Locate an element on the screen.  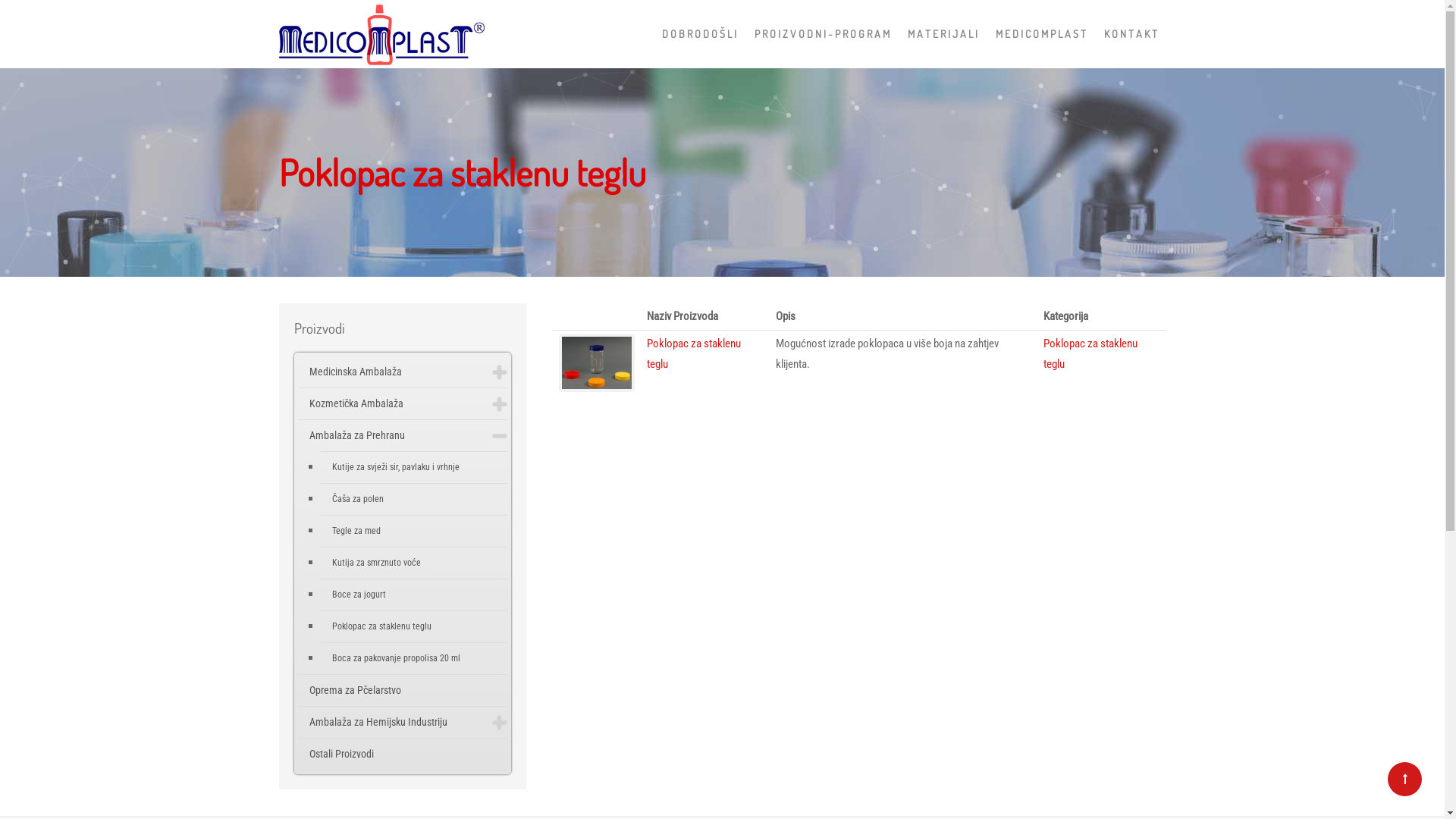
'Poklopac za staklenu teglu' is located at coordinates (1090, 353).